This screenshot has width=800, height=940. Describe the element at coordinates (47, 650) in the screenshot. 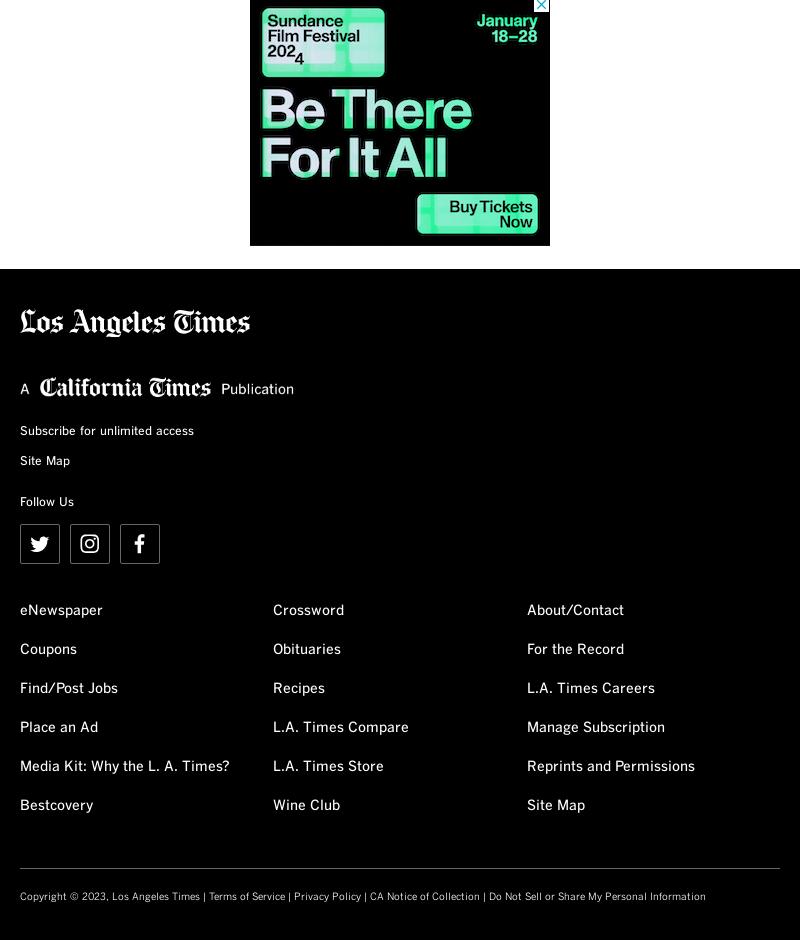

I see `'Coupons'` at that location.